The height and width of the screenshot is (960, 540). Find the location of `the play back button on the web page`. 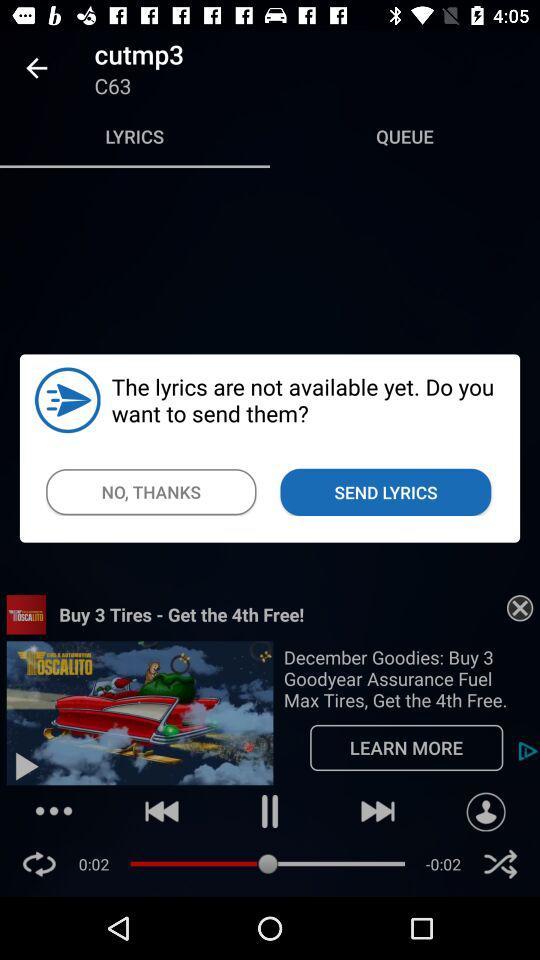

the play back button on the web page is located at coordinates (161, 811).